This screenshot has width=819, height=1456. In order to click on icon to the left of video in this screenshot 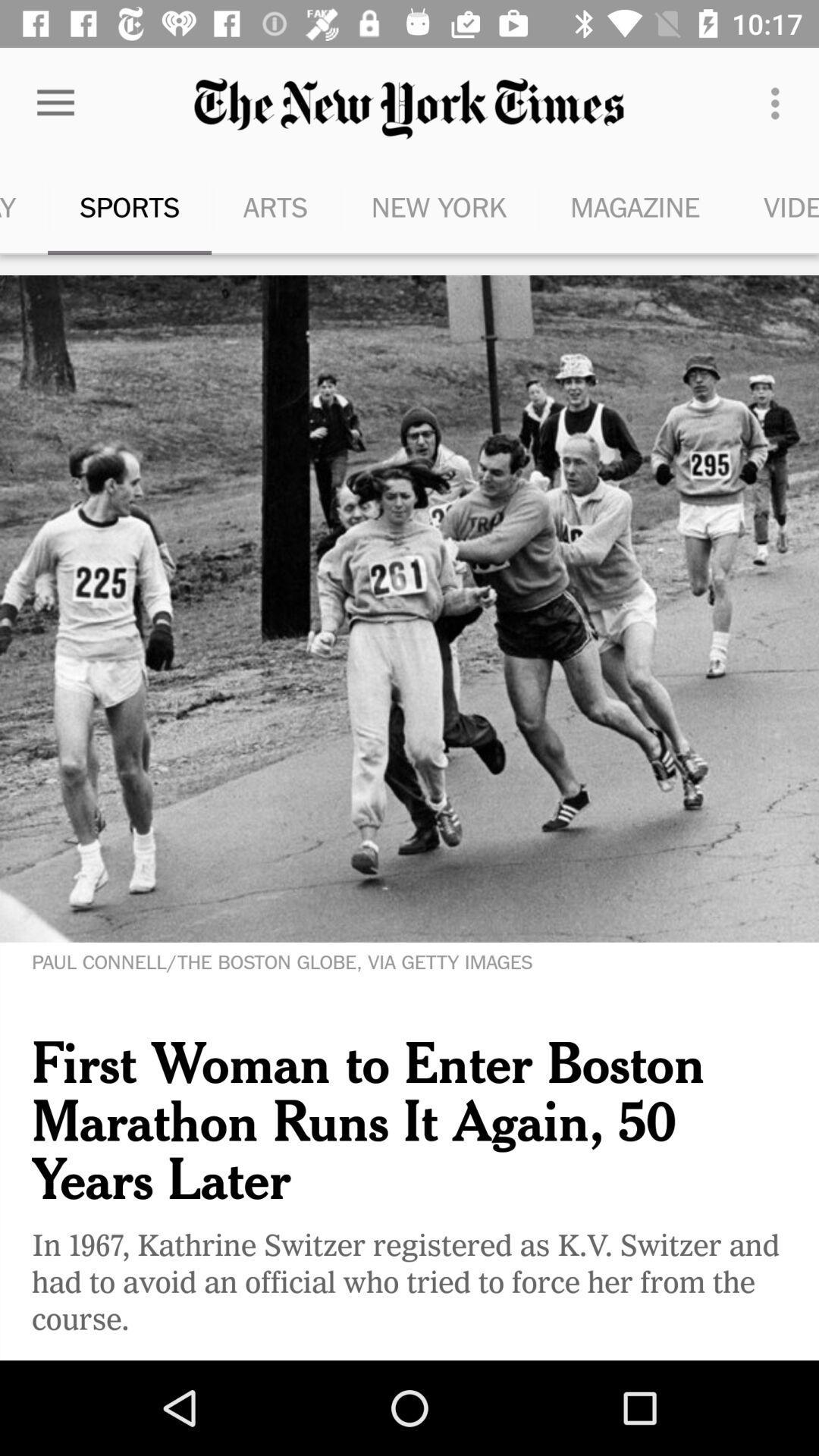, I will do `click(635, 206)`.